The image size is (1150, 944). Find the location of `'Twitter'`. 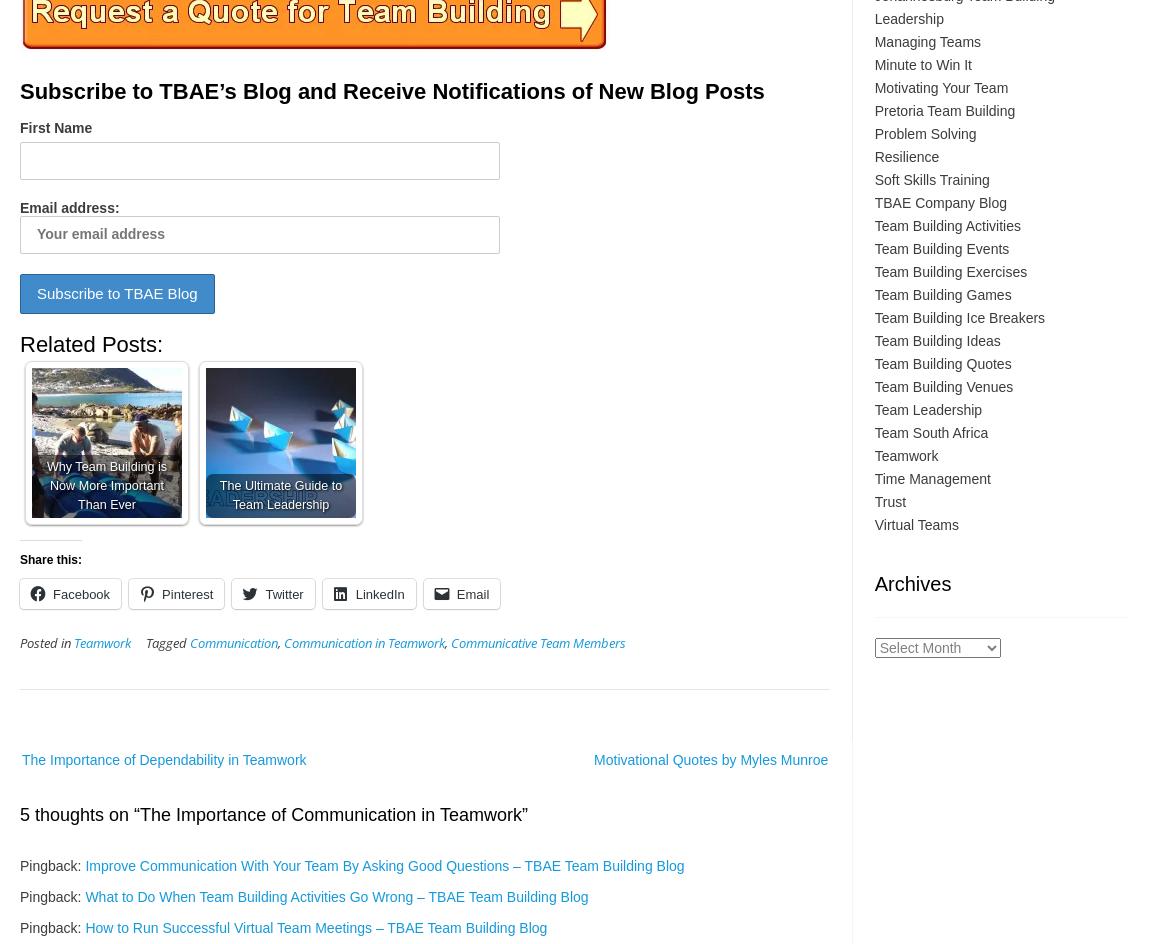

'Twitter' is located at coordinates (263, 593).